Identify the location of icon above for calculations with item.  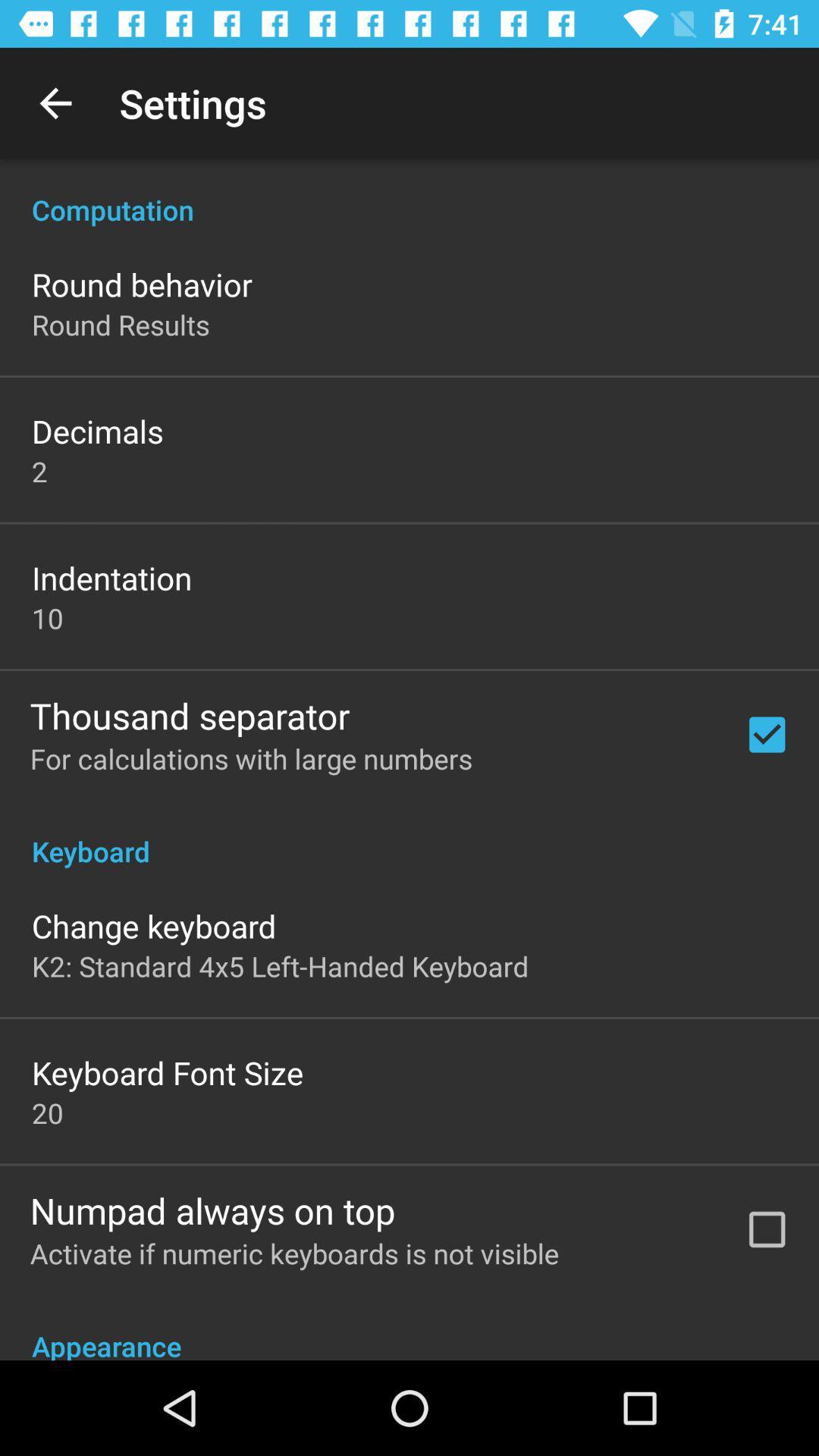
(189, 714).